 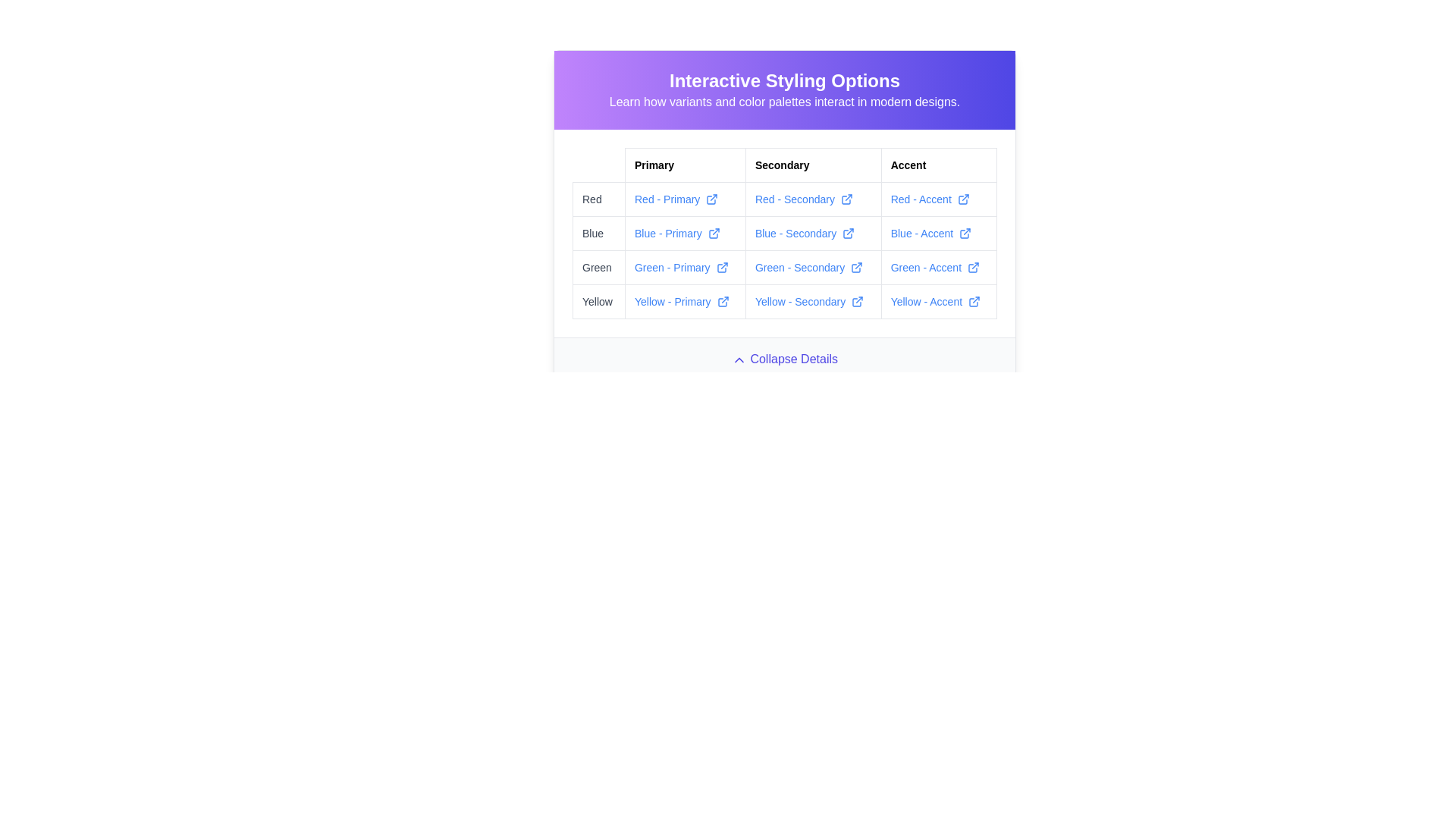 I want to click on the external link icon adjacent to the 'Blue - Primary' text label, so click(x=684, y=234).